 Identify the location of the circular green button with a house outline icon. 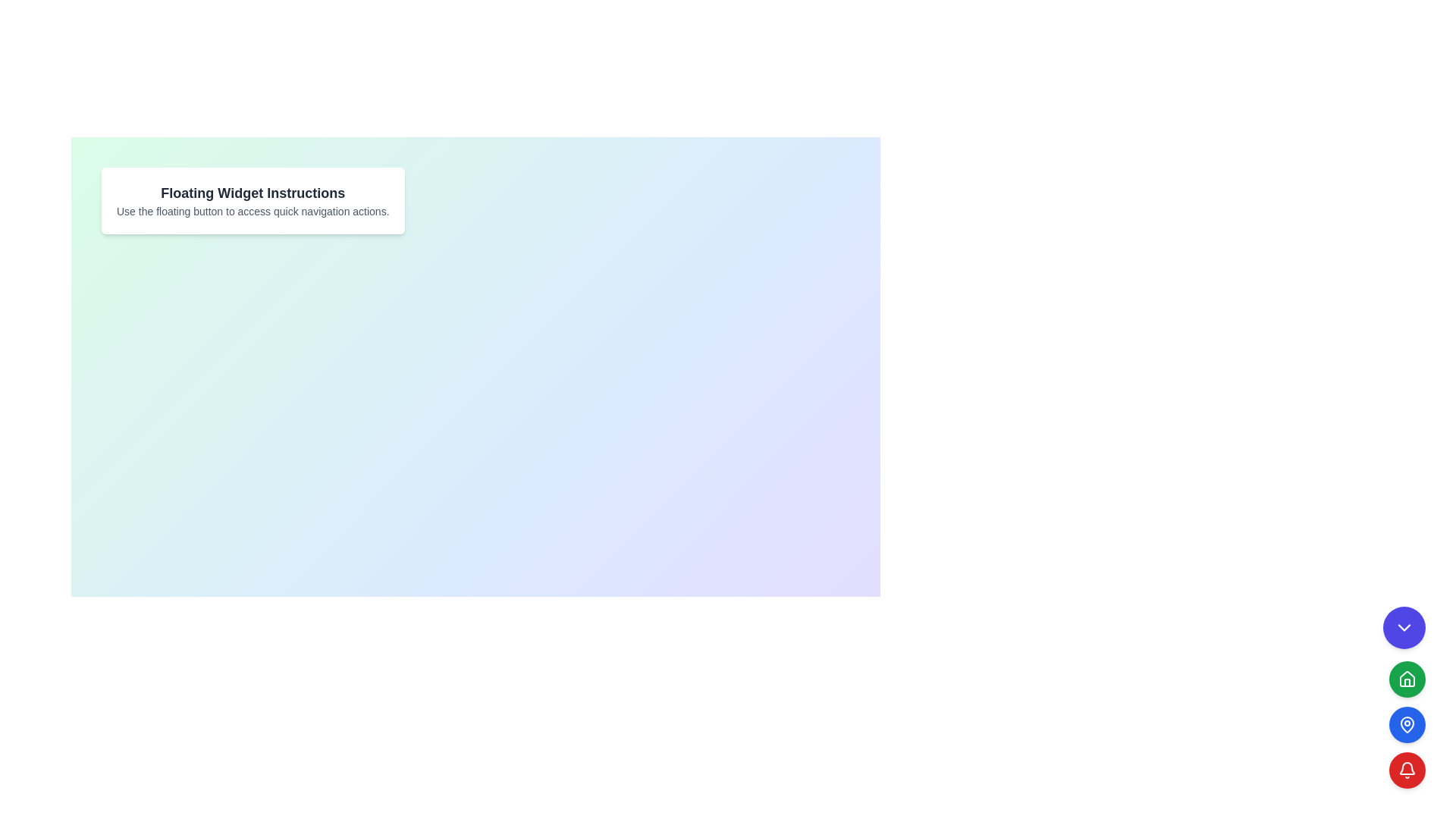
(1407, 678).